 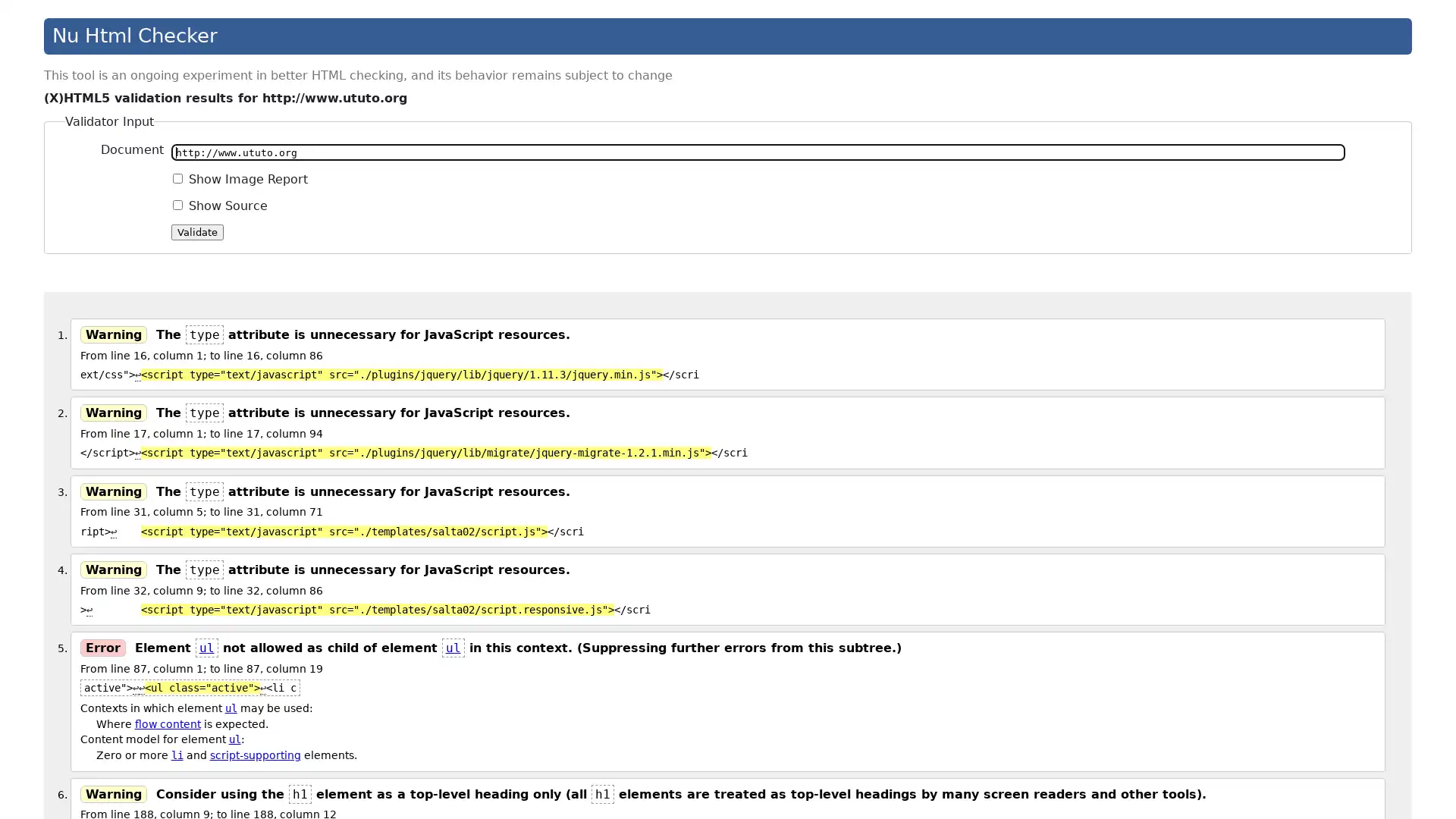 What do you see at coordinates (196, 231) in the screenshot?
I see `Validate` at bounding box center [196, 231].